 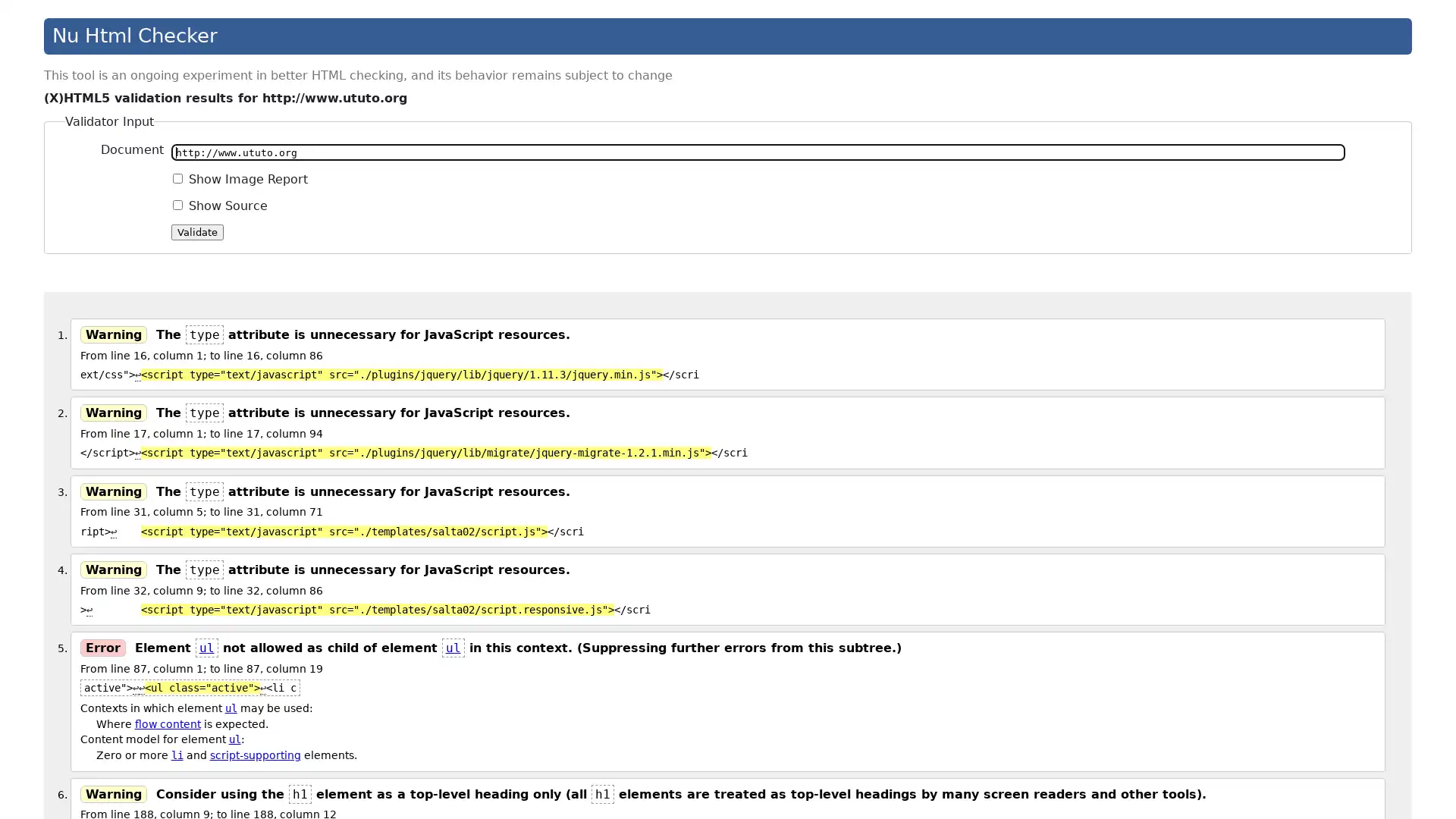 What do you see at coordinates (196, 231) in the screenshot?
I see `Validate` at bounding box center [196, 231].